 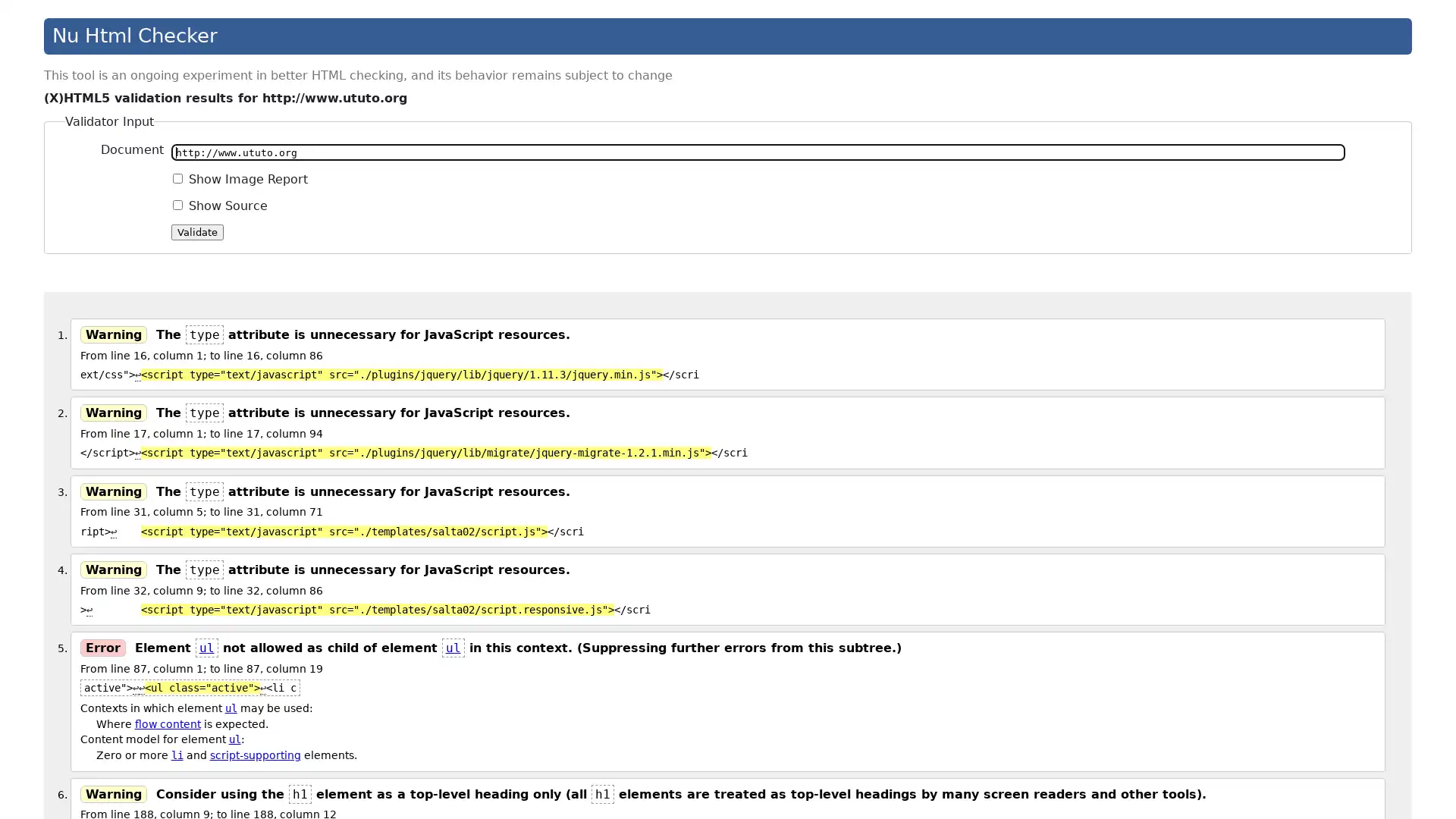 What do you see at coordinates (196, 231) in the screenshot?
I see `Validate` at bounding box center [196, 231].